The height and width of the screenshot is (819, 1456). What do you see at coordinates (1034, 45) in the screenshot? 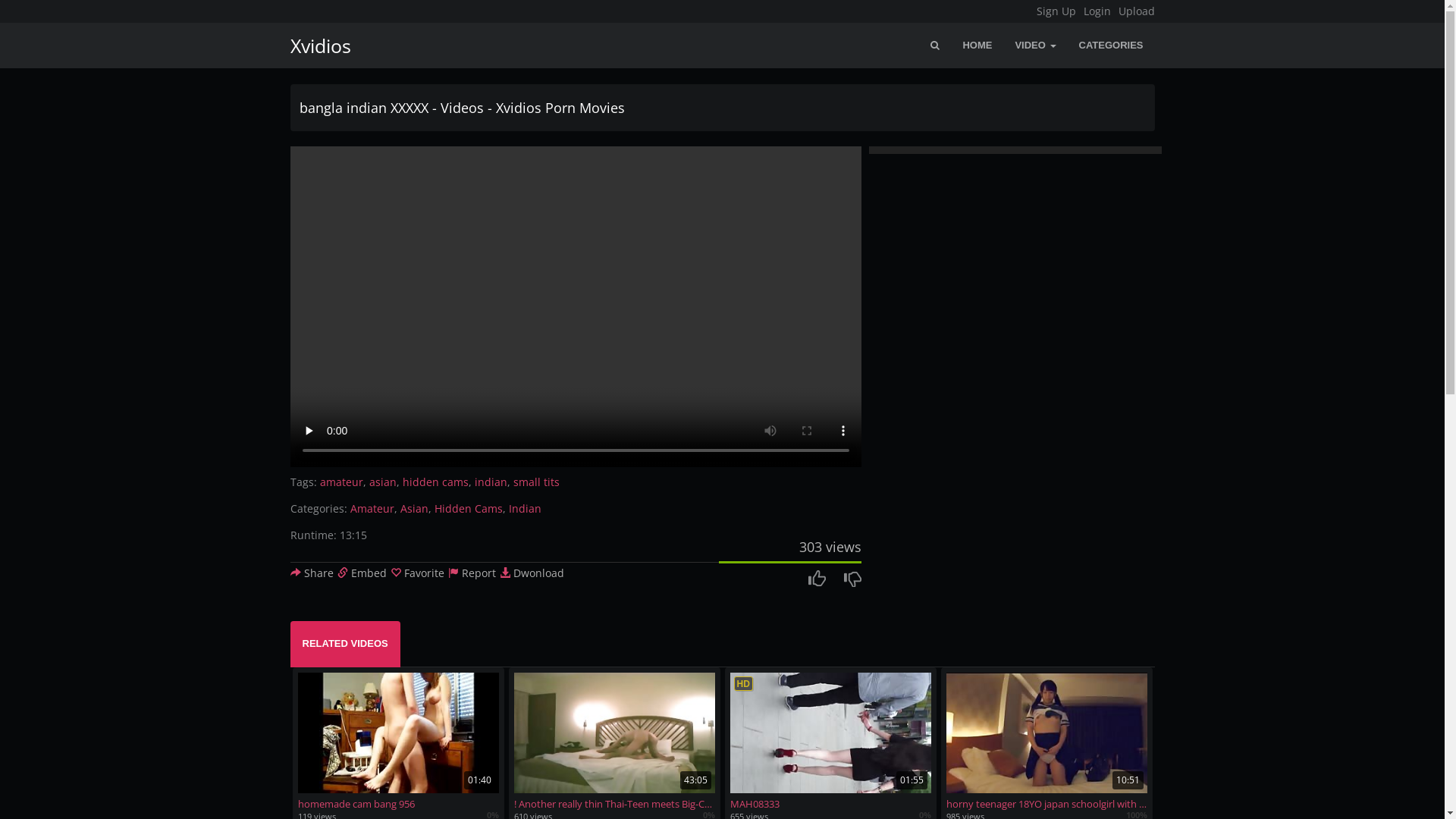
I see `'VIDEO'` at bounding box center [1034, 45].